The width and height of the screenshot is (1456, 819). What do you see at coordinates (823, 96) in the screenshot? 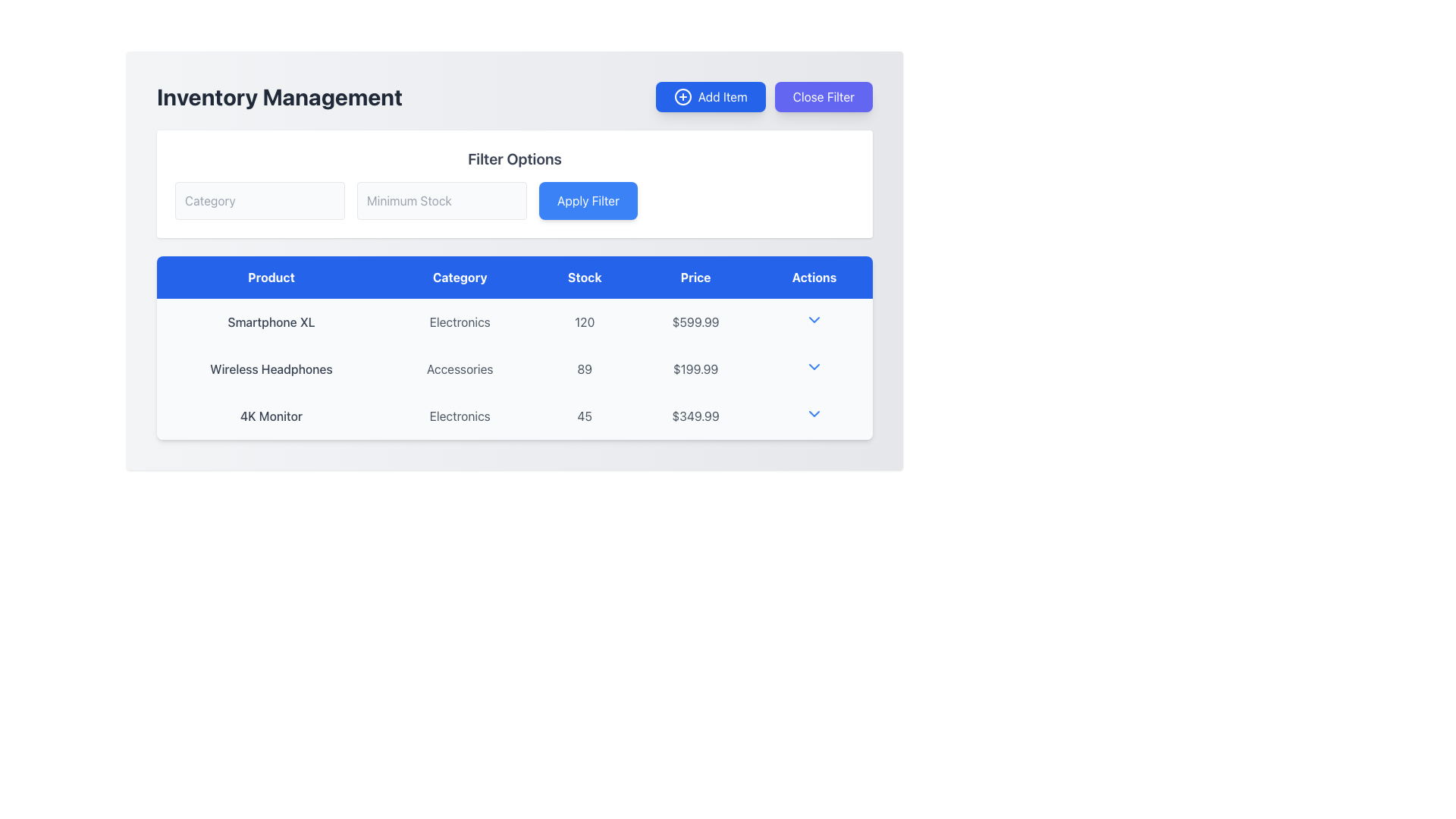
I see `the close button located in the top-right area of the interface, which is the second button in a horizontal group next to the 'Add Item' button, to observe the visual change indicating interactivity` at bounding box center [823, 96].